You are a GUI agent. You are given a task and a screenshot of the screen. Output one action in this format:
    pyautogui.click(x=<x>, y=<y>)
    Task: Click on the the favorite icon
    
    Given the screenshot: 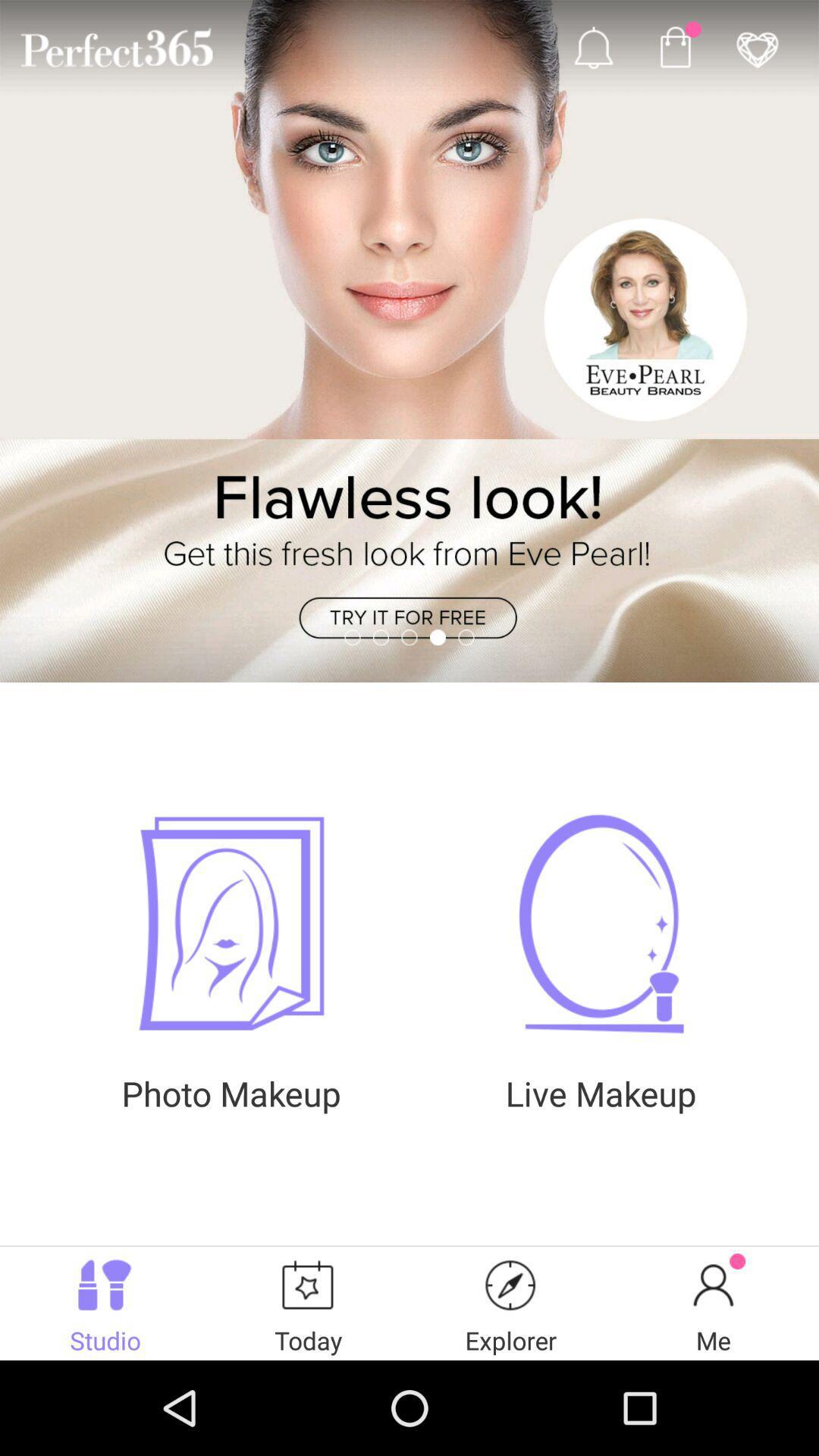 What is the action you would take?
    pyautogui.click(x=757, y=51)
    